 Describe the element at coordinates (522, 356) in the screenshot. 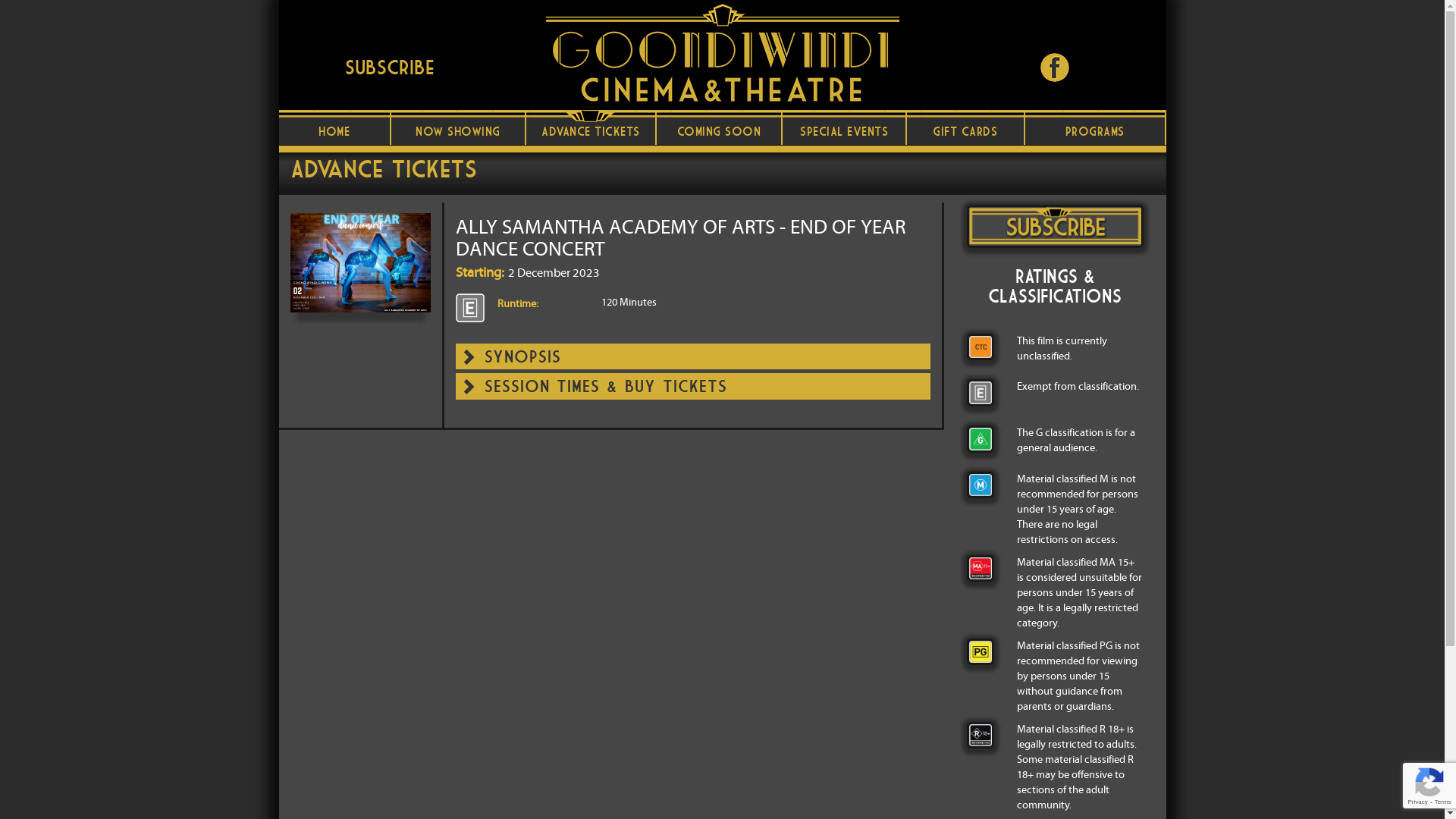

I see `'SYNOPSIS'` at that location.